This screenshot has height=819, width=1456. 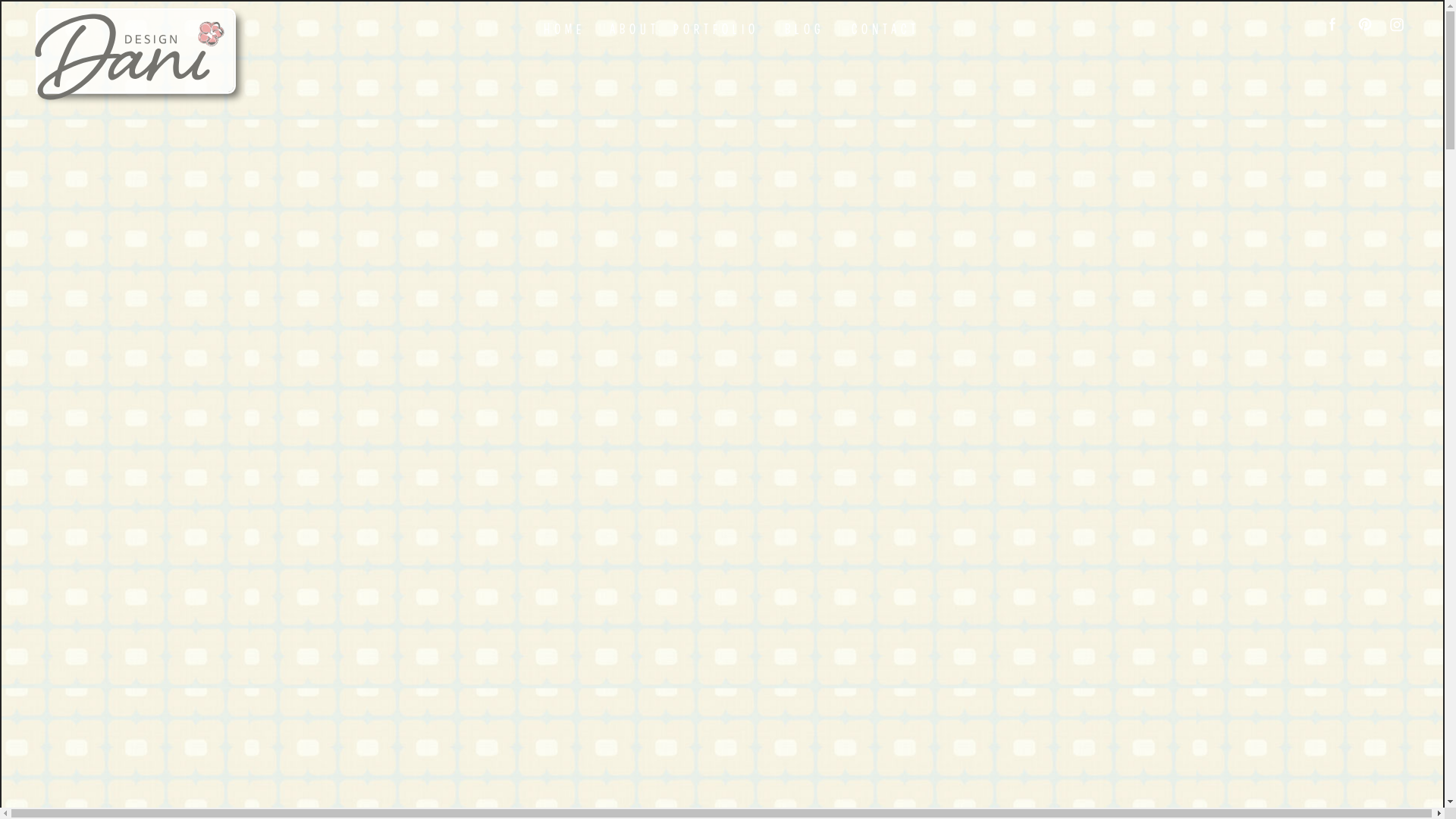 I want to click on 'CONTACT', so click(x=885, y=29).